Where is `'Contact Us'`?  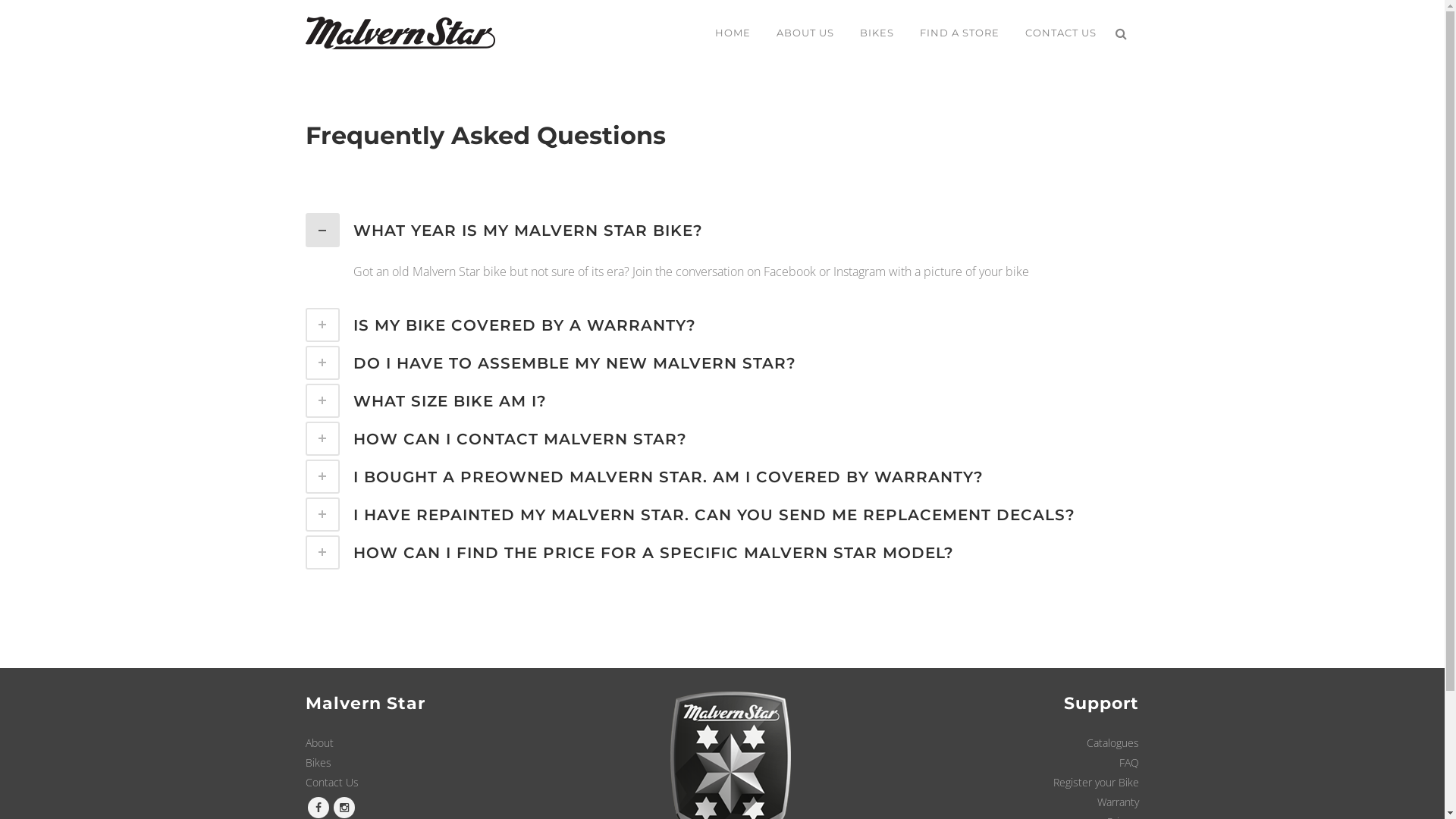
'Contact Us' is located at coordinates (304, 782).